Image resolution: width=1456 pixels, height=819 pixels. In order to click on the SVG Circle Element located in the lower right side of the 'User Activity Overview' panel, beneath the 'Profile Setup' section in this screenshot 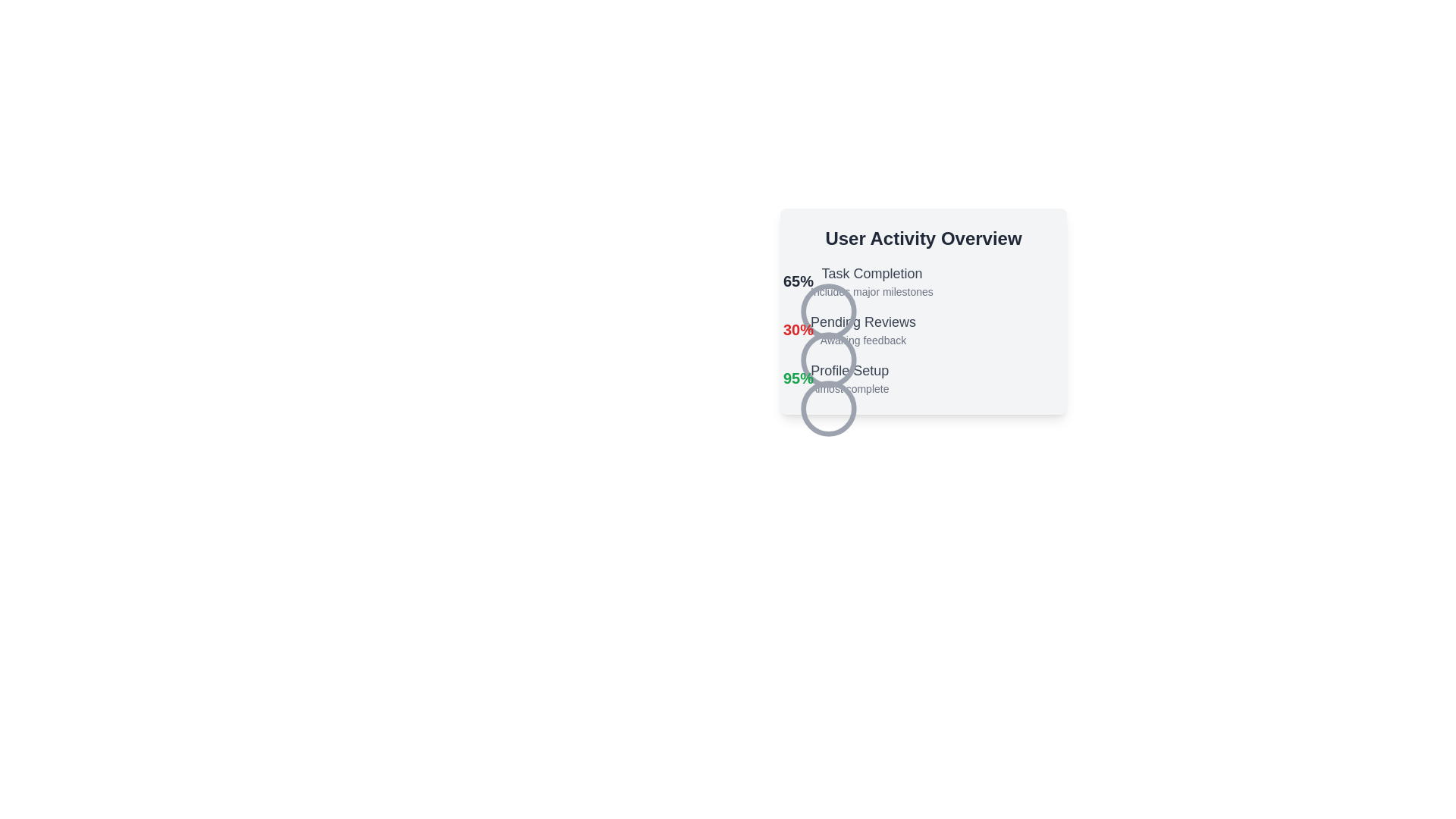, I will do `click(828, 406)`.